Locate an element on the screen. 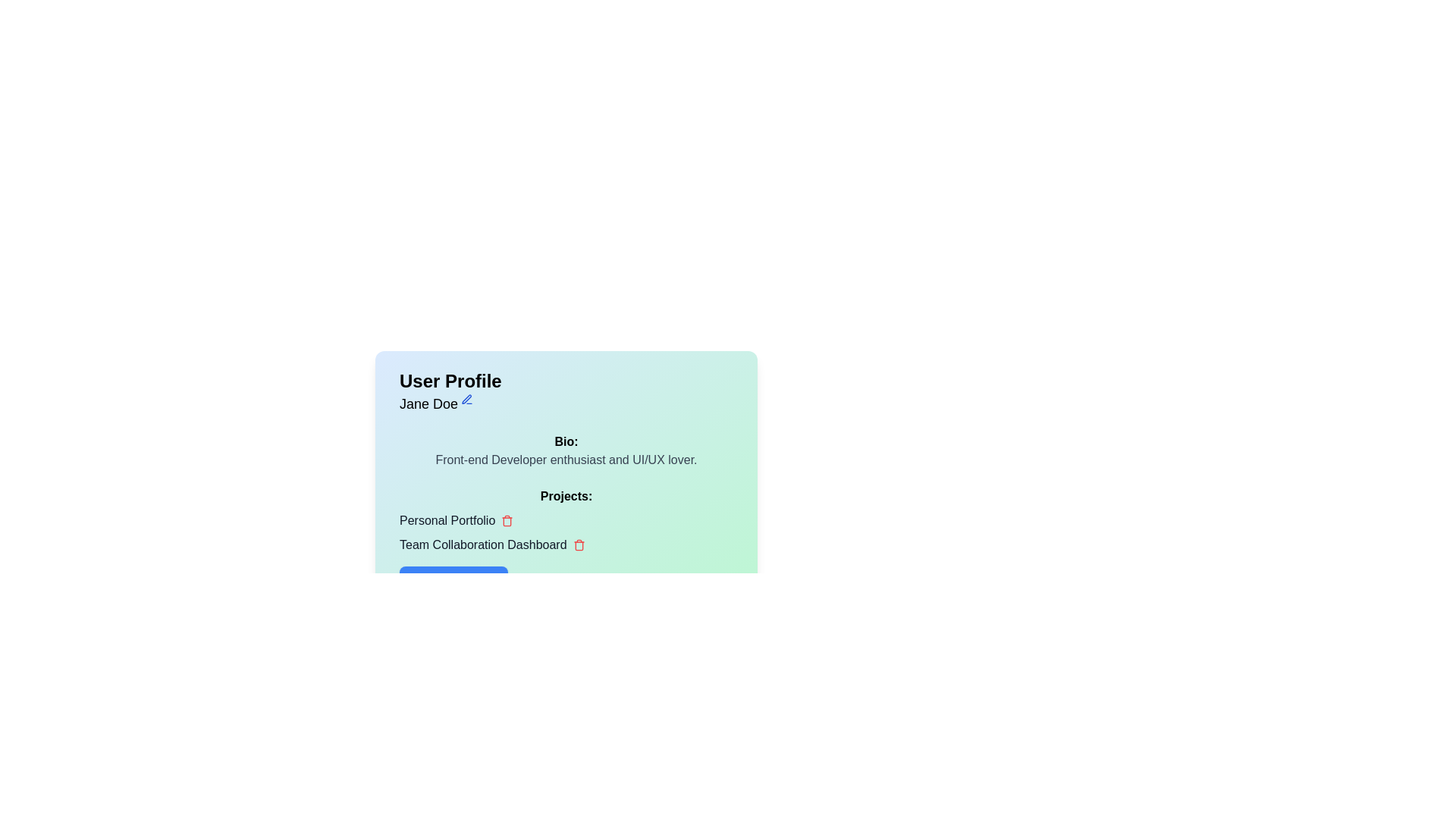 The height and width of the screenshot is (819, 1456). the 'Add New Project' button located below the 'Projects:' section, which is the last interactive element beneath 'Personal Portfolio' and 'Team Collaboration Dashboard' is located at coordinates (453, 581).